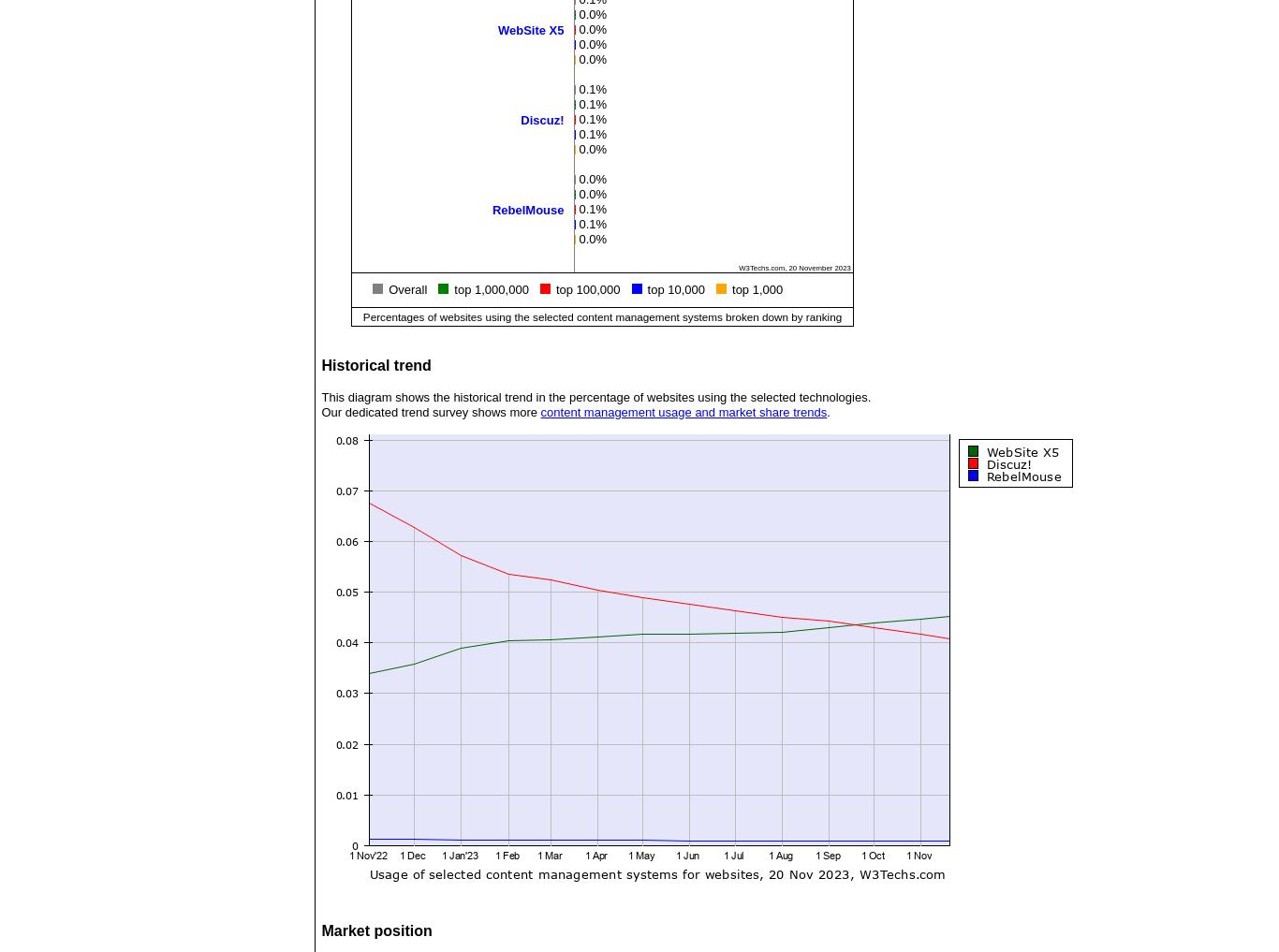 This screenshot has height=952, width=1279. I want to click on 'top 1,000', so click(756, 289).